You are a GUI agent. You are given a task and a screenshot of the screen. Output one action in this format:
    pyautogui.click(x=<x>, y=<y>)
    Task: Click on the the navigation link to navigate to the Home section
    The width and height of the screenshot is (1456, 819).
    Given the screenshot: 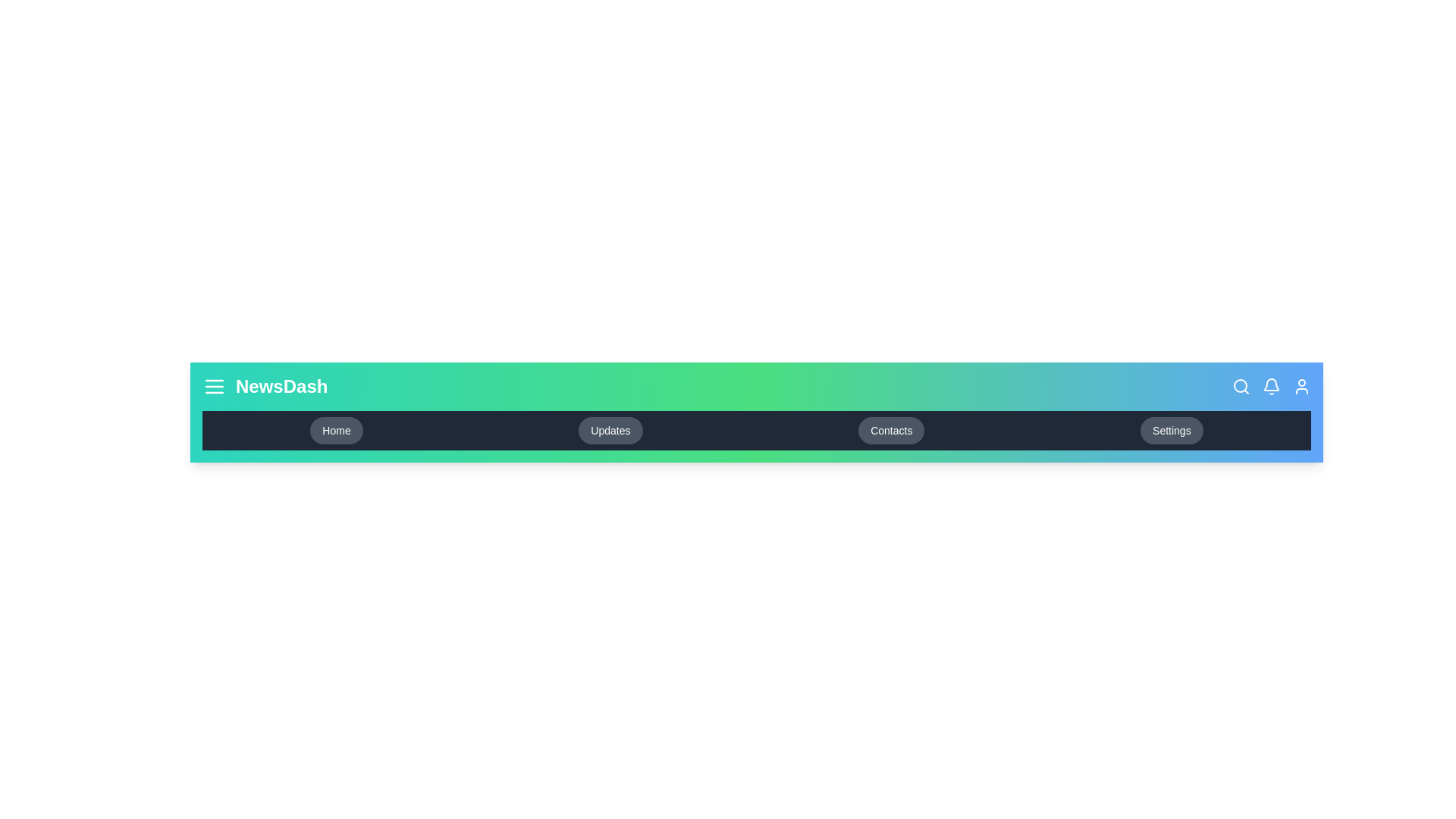 What is the action you would take?
    pyautogui.click(x=336, y=430)
    